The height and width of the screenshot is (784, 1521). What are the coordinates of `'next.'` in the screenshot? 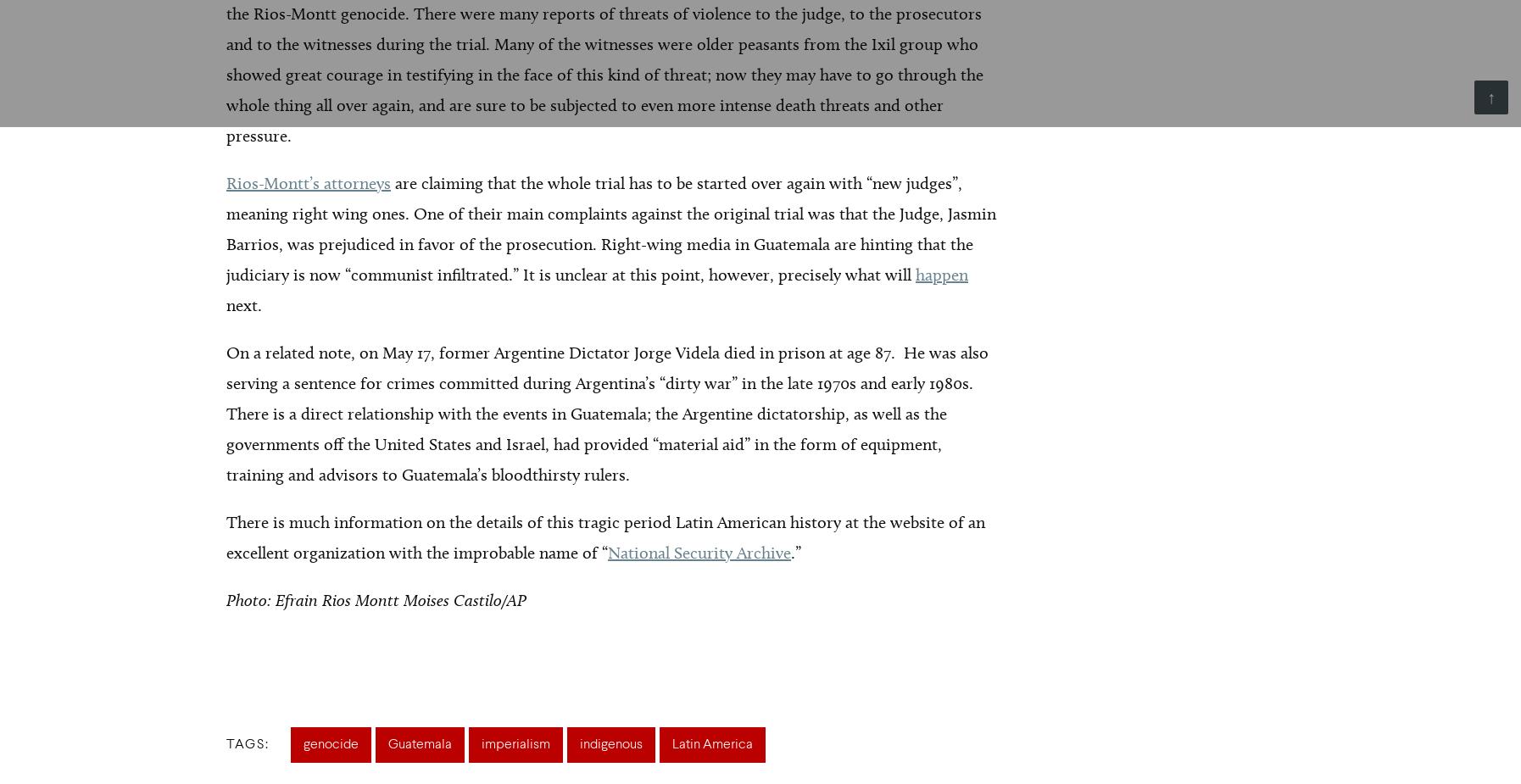 It's located at (242, 304).